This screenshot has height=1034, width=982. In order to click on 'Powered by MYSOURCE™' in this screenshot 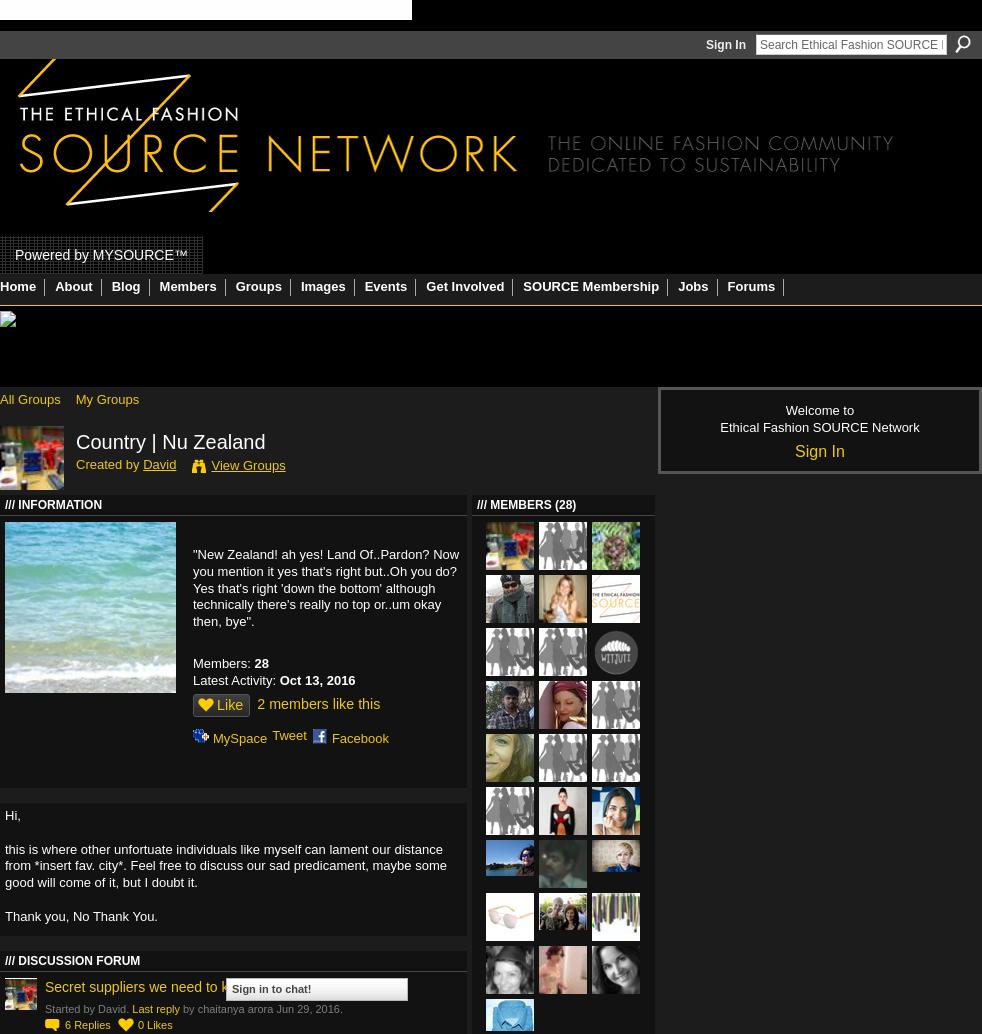, I will do `click(100, 253)`.